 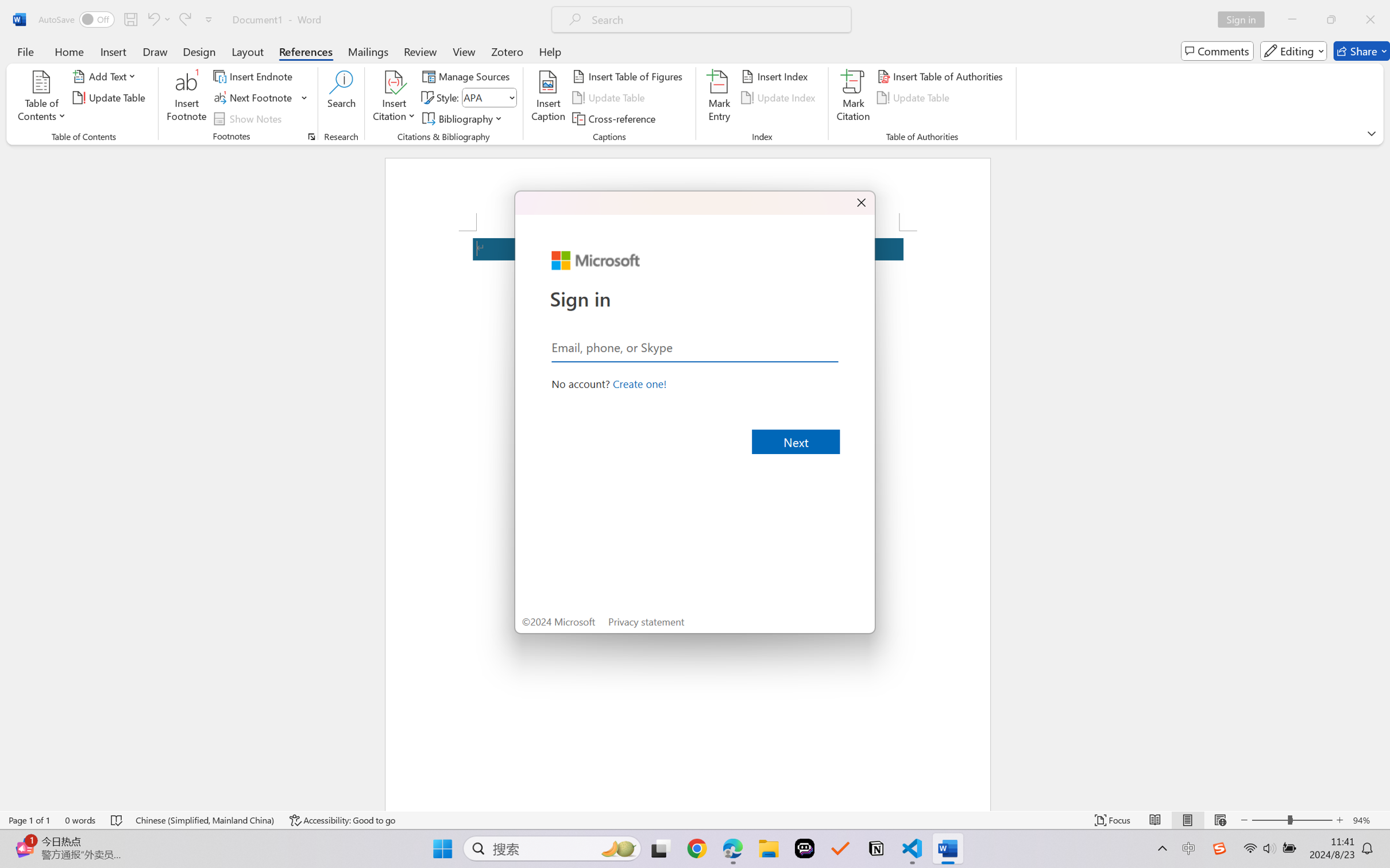 What do you see at coordinates (253, 98) in the screenshot?
I see `'Next Footnote'` at bounding box center [253, 98].